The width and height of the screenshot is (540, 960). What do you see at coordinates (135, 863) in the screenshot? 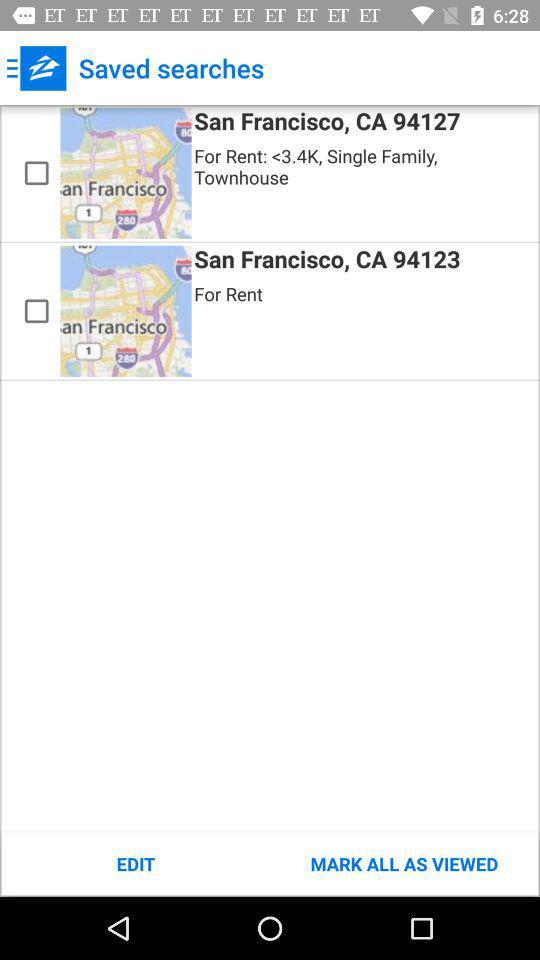
I see `the edit item` at bounding box center [135, 863].